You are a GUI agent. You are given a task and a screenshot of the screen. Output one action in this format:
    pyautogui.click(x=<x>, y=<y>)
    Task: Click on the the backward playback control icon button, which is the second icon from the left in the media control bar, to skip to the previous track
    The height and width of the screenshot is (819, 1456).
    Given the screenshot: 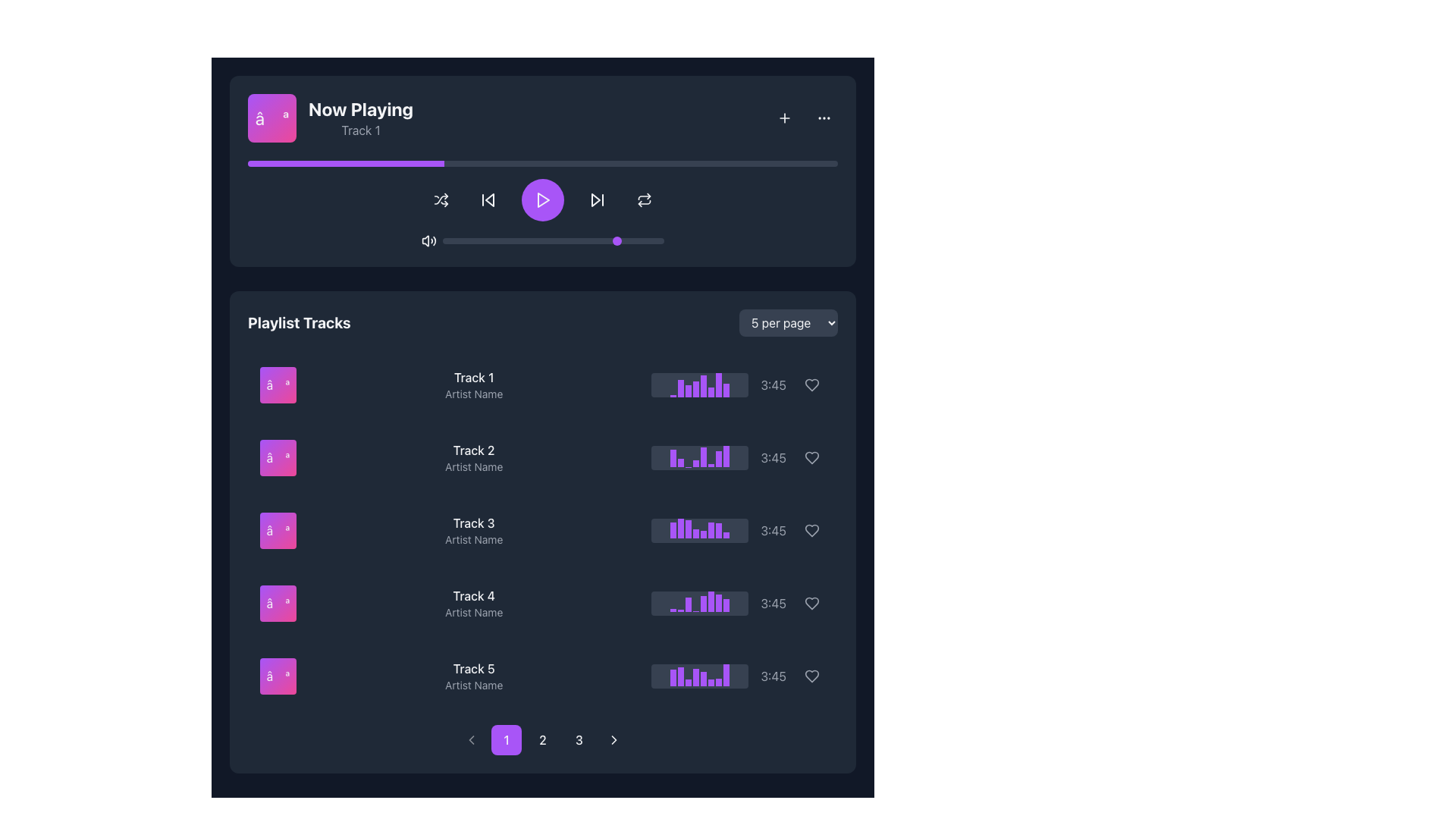 What is the action you would take?
    pyautogui.click(x=488, y=199)
    